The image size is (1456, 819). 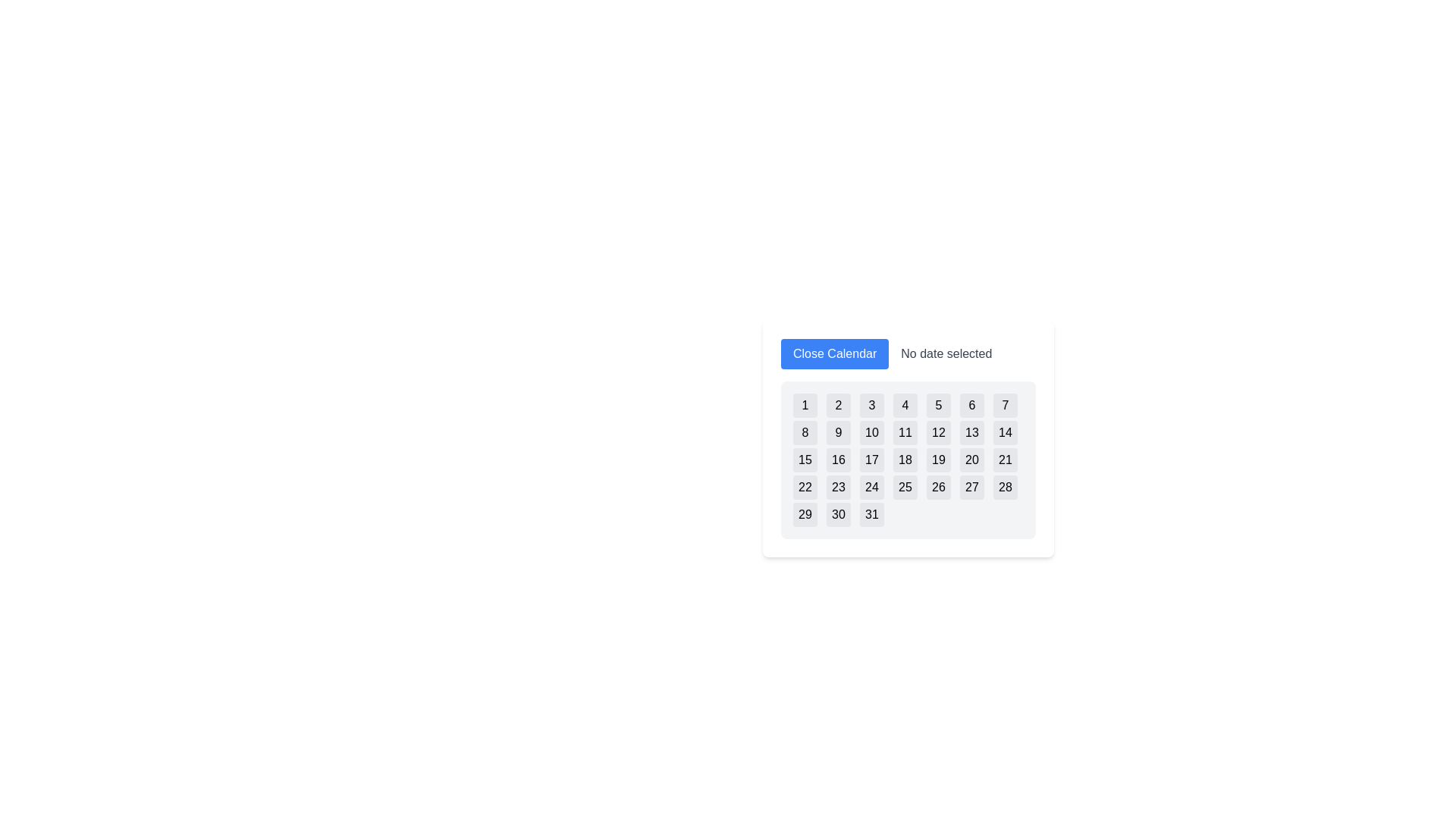 What do you see at coordinates (837, 513) in the screenshot?
I see `the button displaying the number '30' in the last row, second column of the calendar layout` at bounding box center [837, 513].